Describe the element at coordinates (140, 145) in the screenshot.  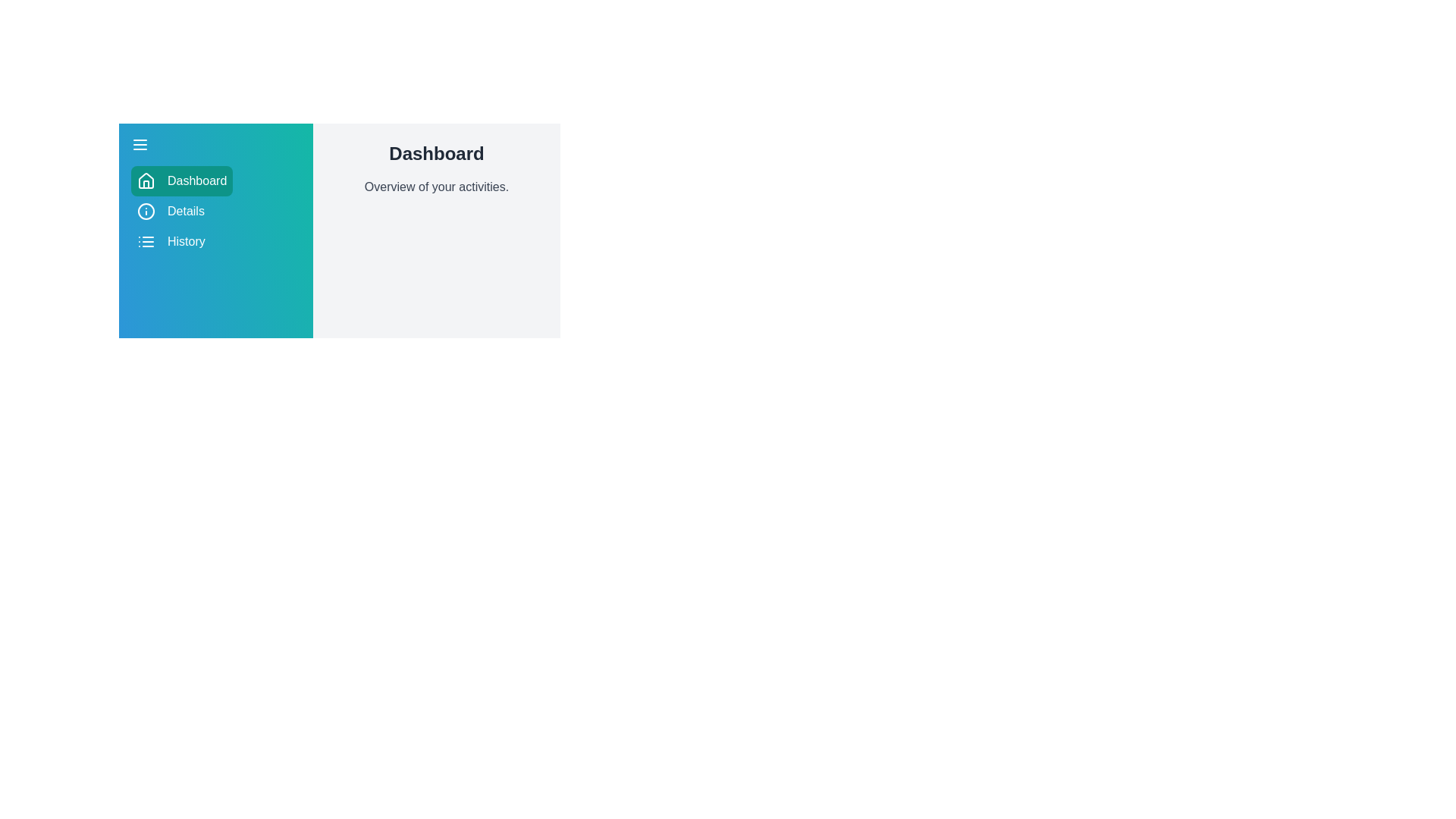
I see `toggle button to expand or collapse the sidebar` at that location.